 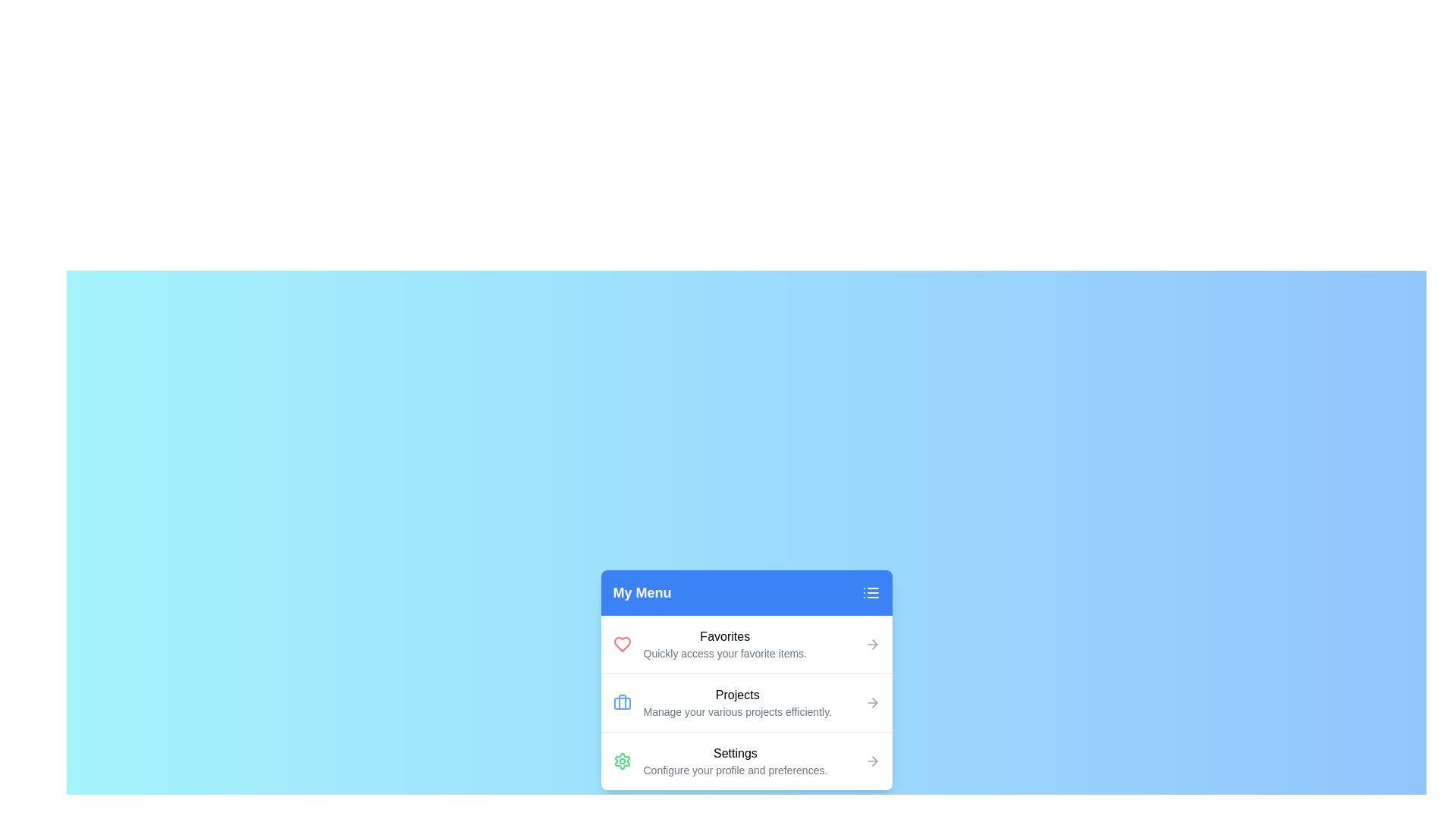 What do you see at coordinates (746, 644) in the screenshot?
I see `the menu item labeled Favorites` at bounding box center [746, 644].